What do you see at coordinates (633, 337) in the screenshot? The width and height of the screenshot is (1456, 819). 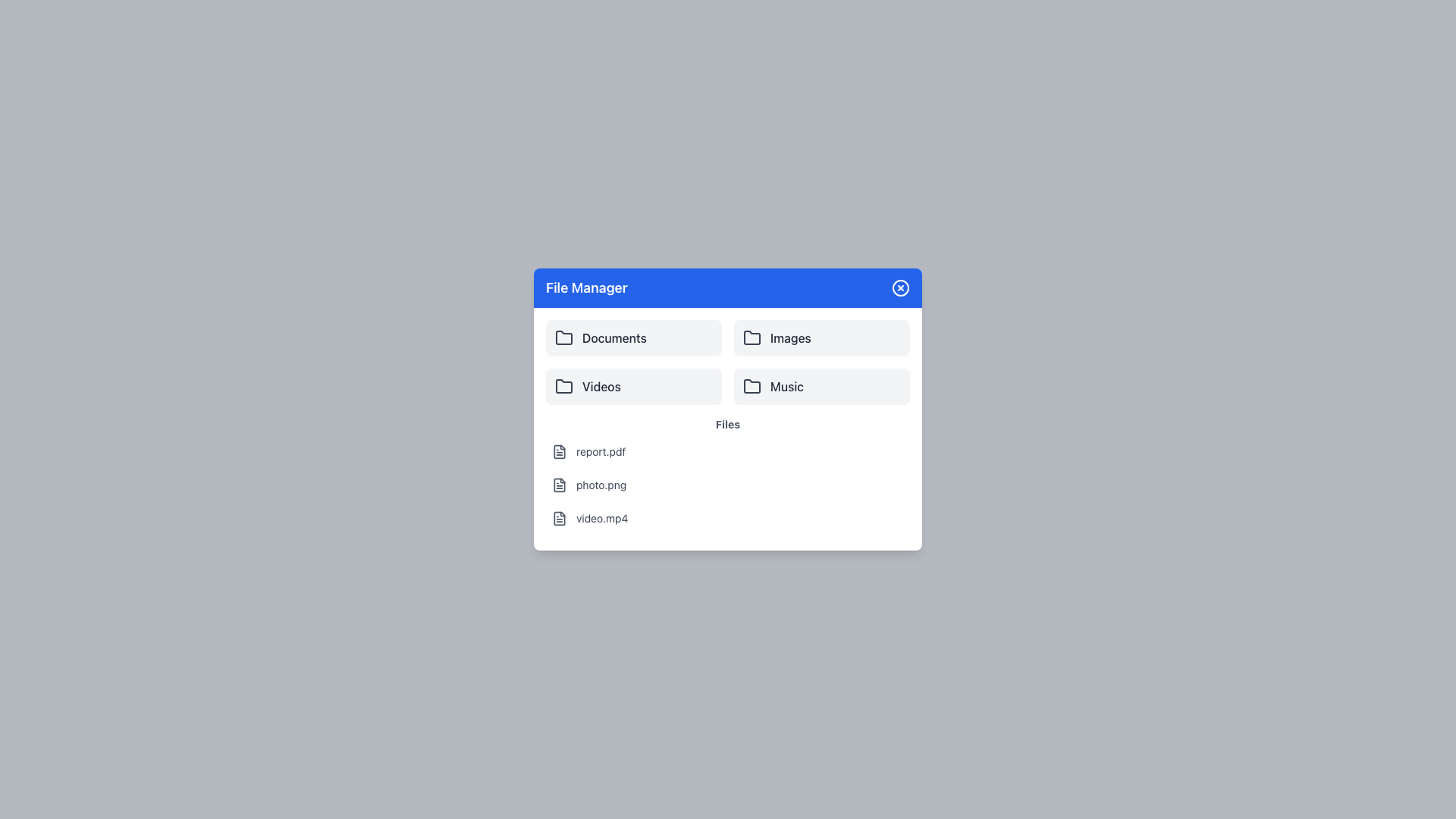 I see `the 'Documents' button located in the top left corner of the grid layout in the 'File Manager' interface` at bounding box center [633, 337].